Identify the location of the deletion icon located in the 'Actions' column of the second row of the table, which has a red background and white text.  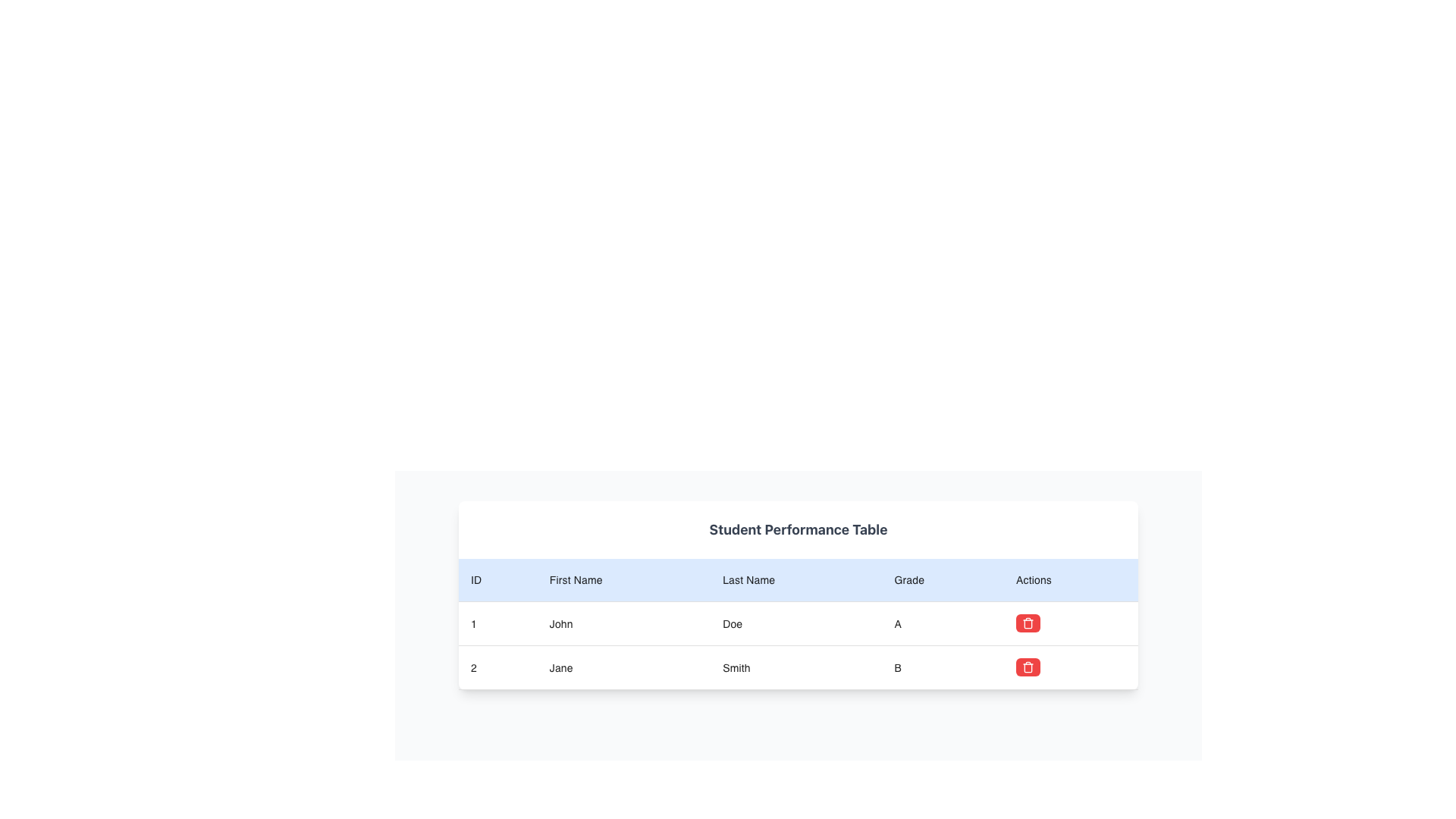
(1028, 623).